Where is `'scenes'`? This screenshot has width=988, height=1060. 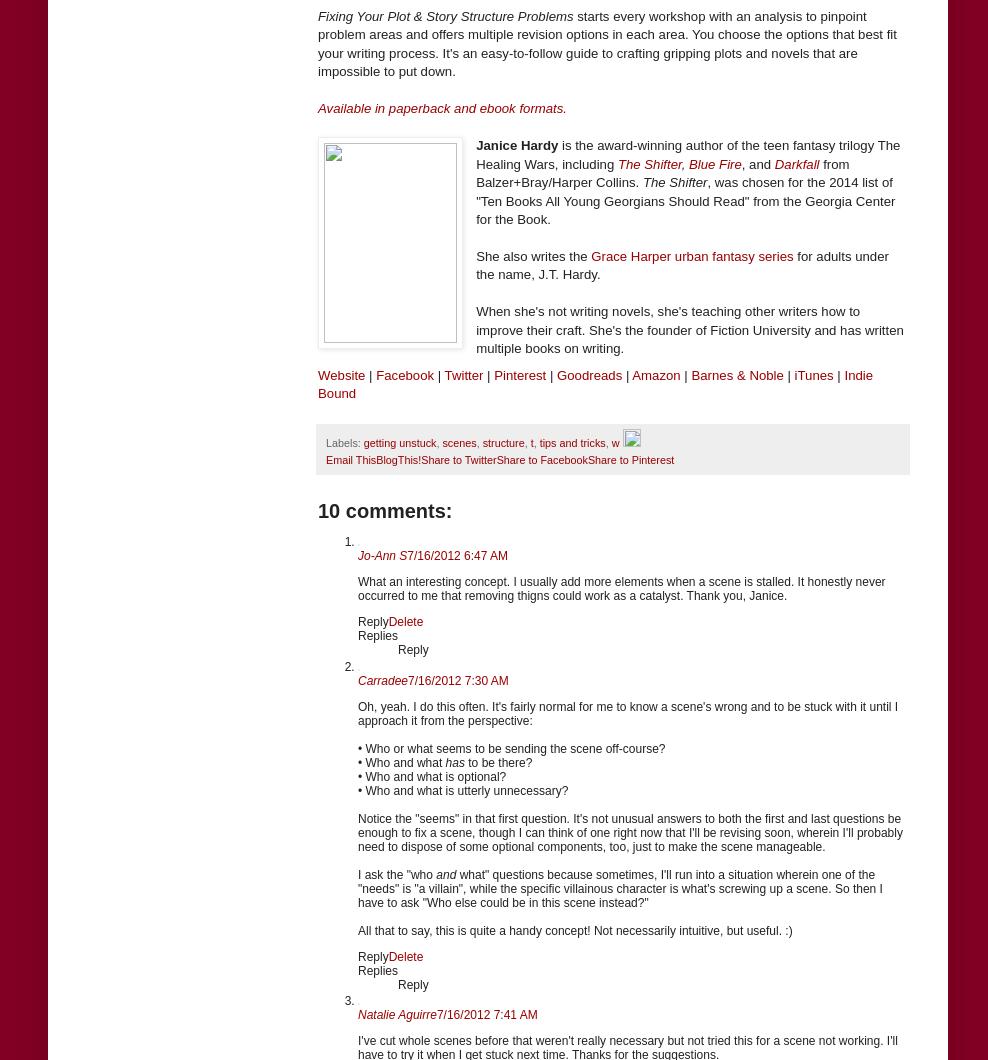 'scenes' is located at coordinates (442, 441).